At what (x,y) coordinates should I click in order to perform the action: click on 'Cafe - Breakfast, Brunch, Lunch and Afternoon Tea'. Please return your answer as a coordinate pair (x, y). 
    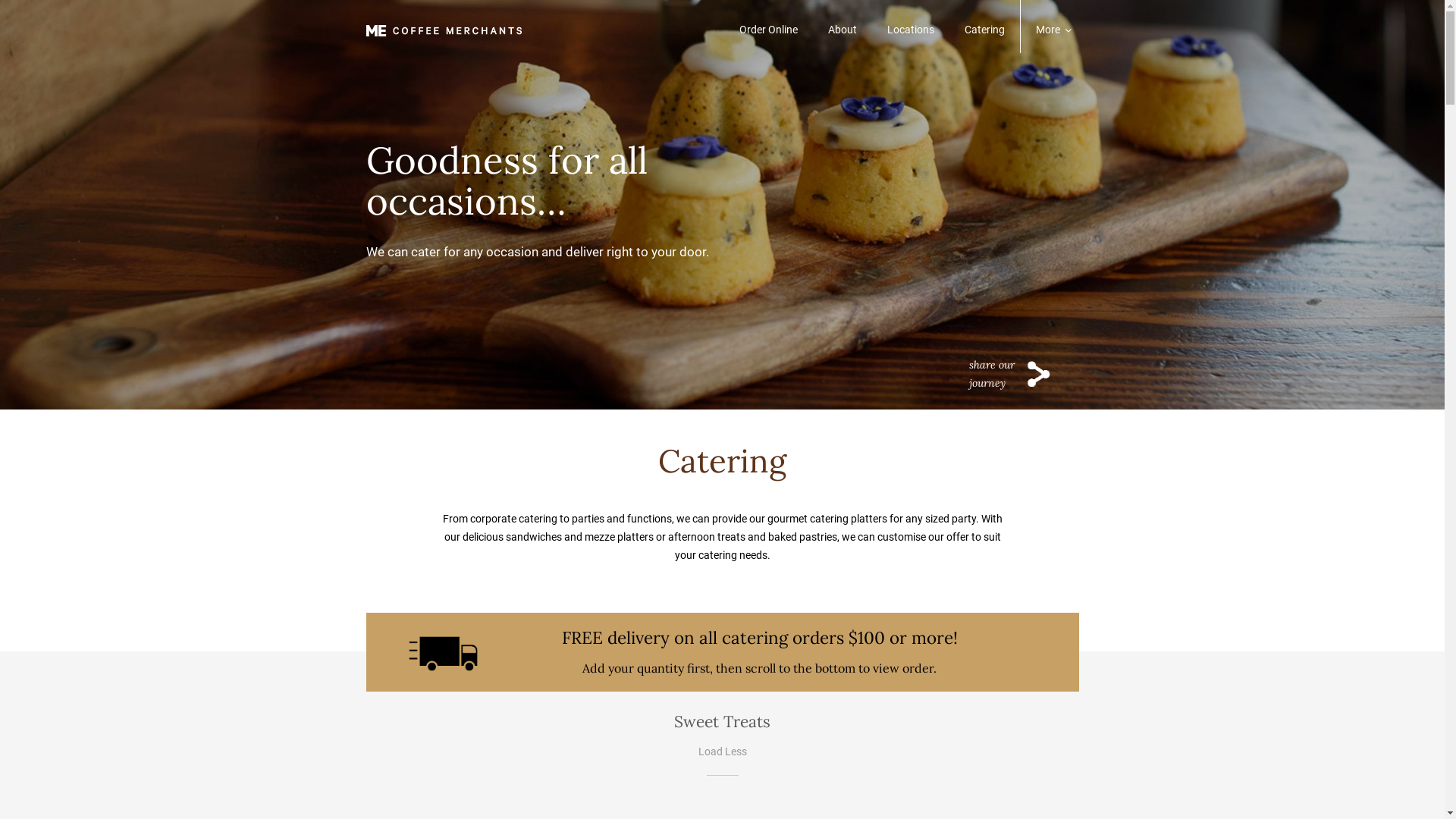
    Looking at the image, I should click on (442, 26).